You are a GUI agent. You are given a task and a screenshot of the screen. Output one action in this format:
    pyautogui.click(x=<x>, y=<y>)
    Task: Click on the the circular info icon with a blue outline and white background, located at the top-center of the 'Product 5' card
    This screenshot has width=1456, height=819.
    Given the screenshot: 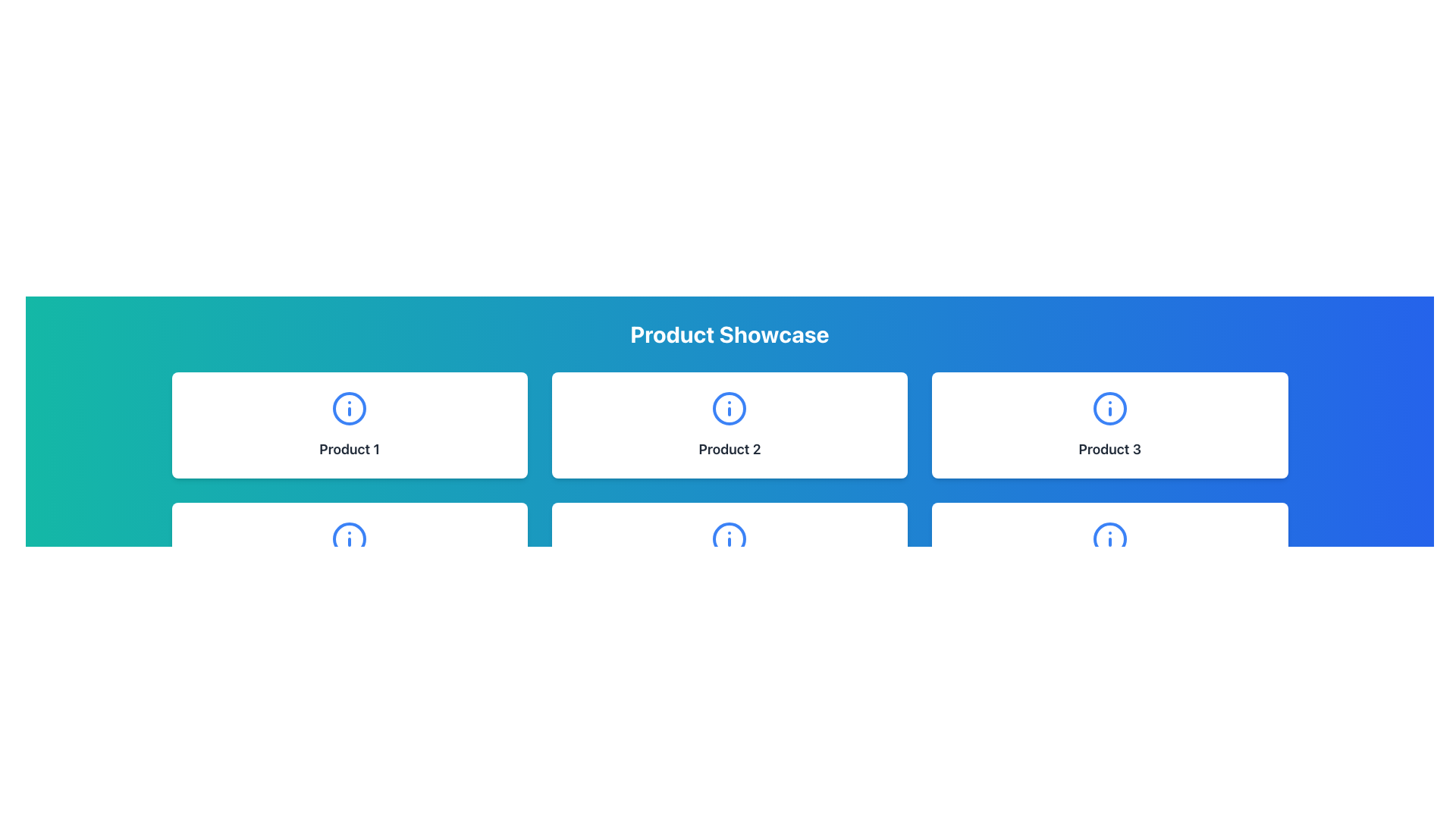 What is the action you would take?
    pyautogui.click(x=730, y=538)
    